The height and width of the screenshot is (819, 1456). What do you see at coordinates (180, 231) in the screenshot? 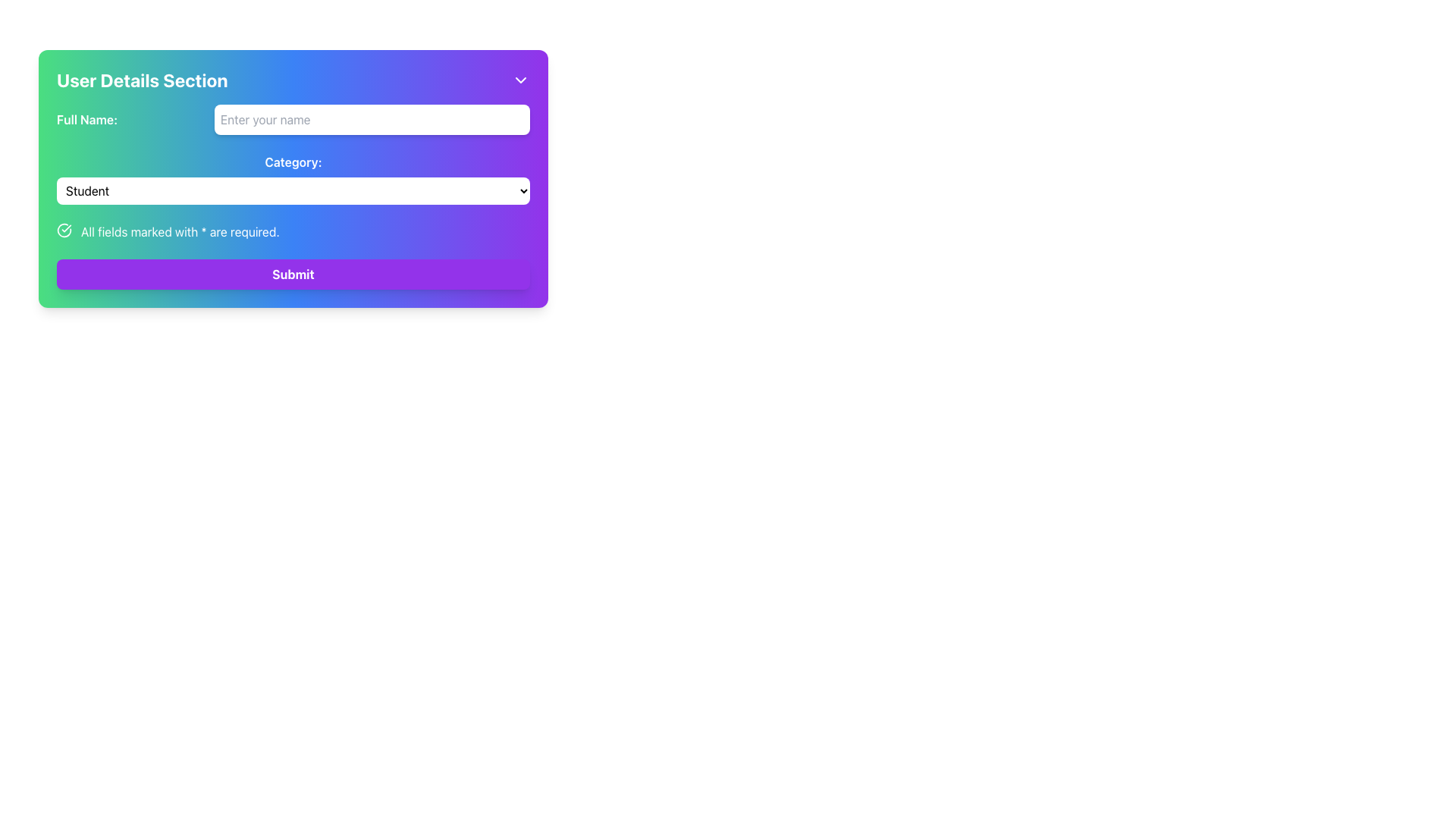
I see `the text label displaying the message 'All fields marked with * are required.' which is styled with a white font color on a gradient blue-purple background, located near the bottom region of the interface` at bounding box center [180, 231].